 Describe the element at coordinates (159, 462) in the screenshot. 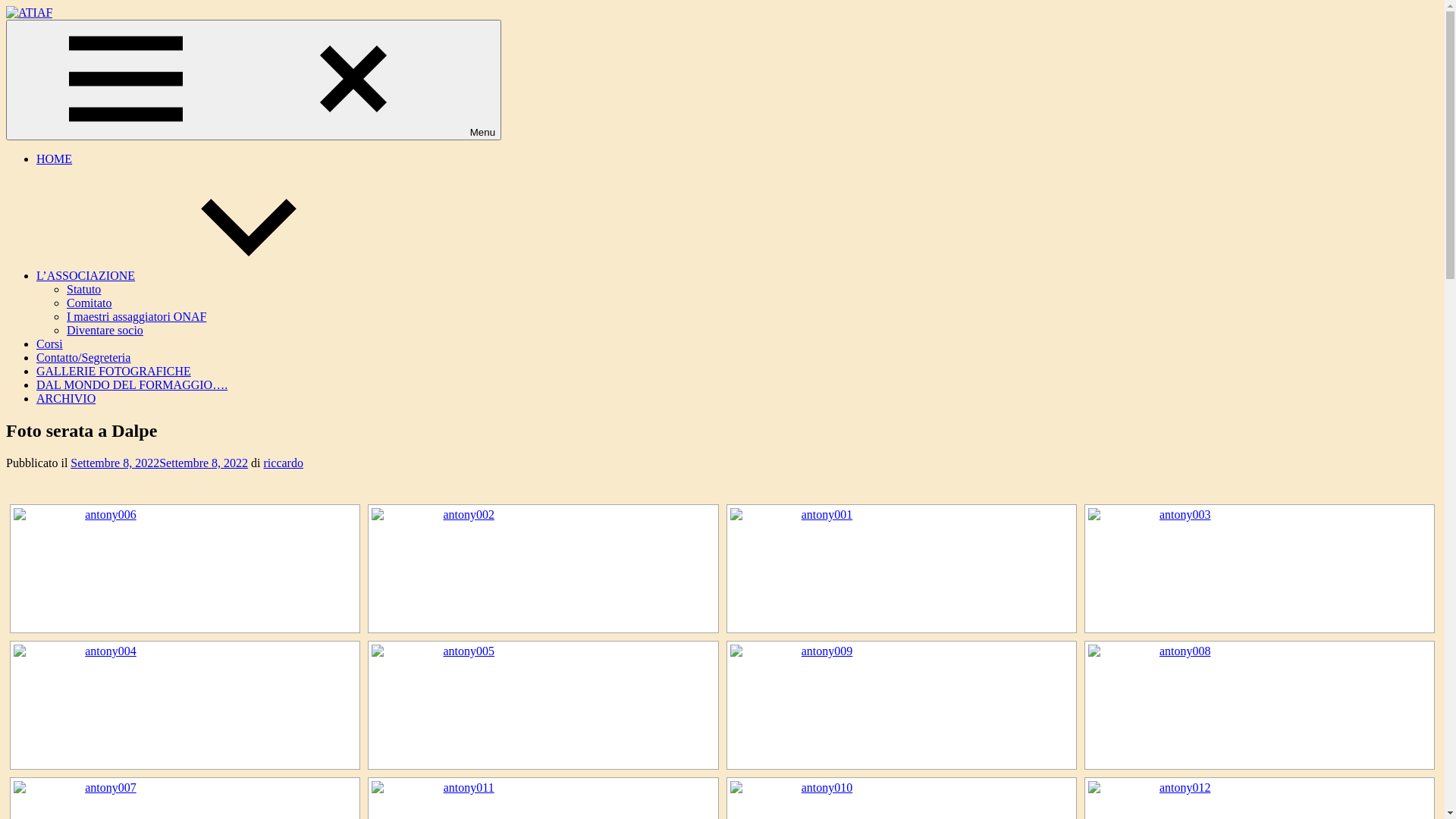

I see `'Settembre 8, 2022Settembre 8, 2022'` at that location.